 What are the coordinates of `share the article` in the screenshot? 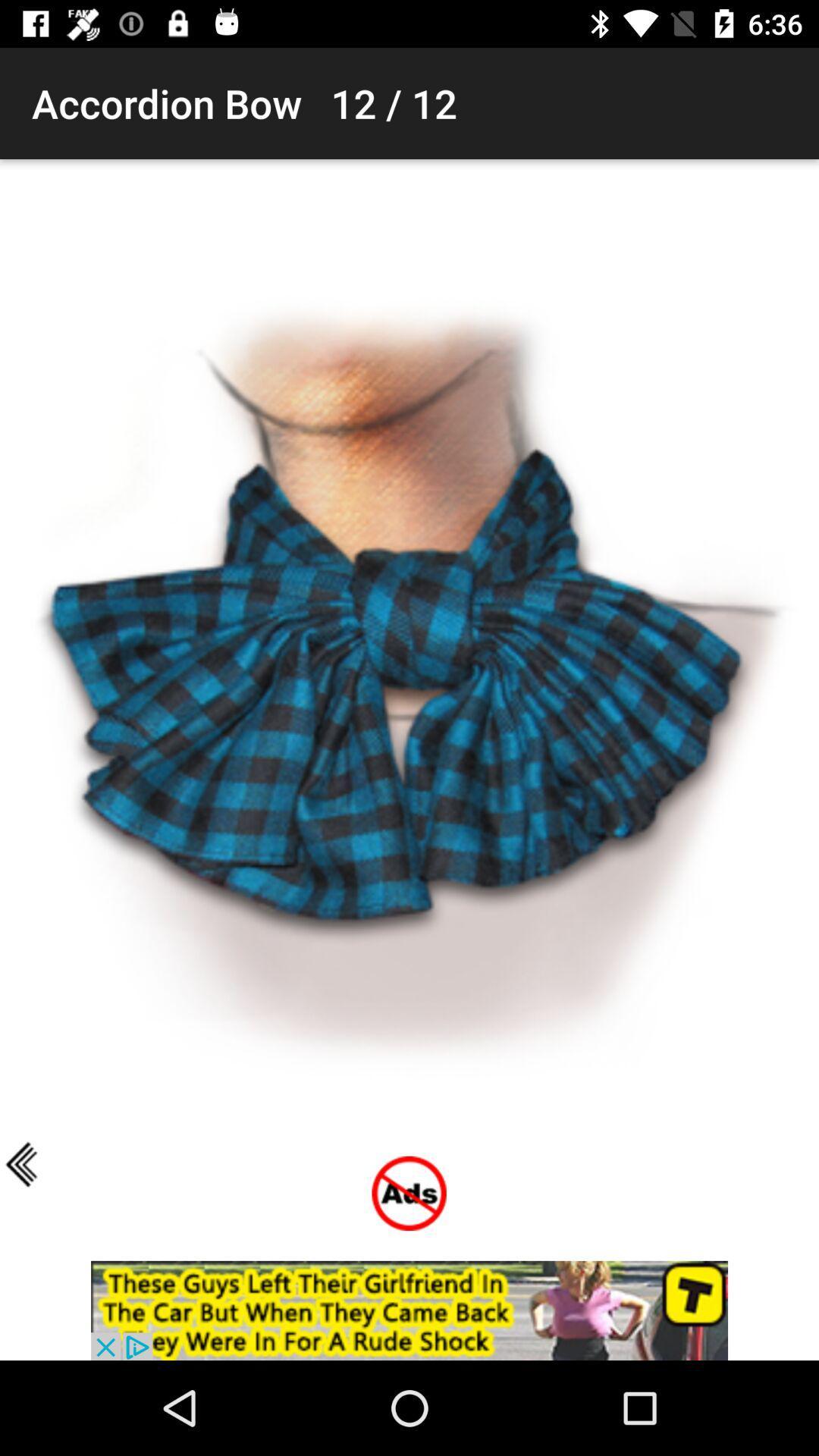 It's located at (409, 1310).